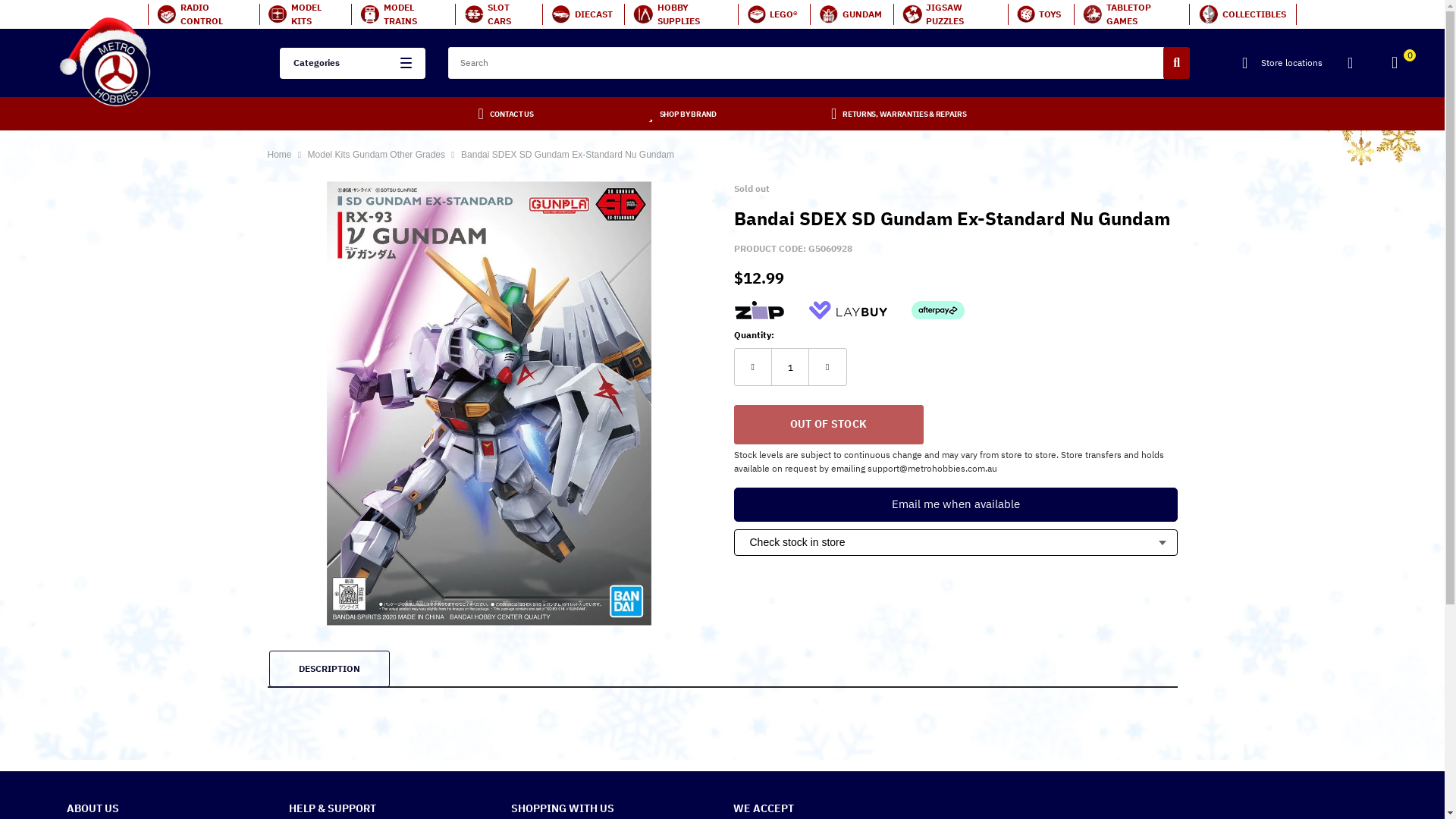 The width and height of the screenshot is (1456, 819). I want to click on 'Store locations', so click(1280, 62).